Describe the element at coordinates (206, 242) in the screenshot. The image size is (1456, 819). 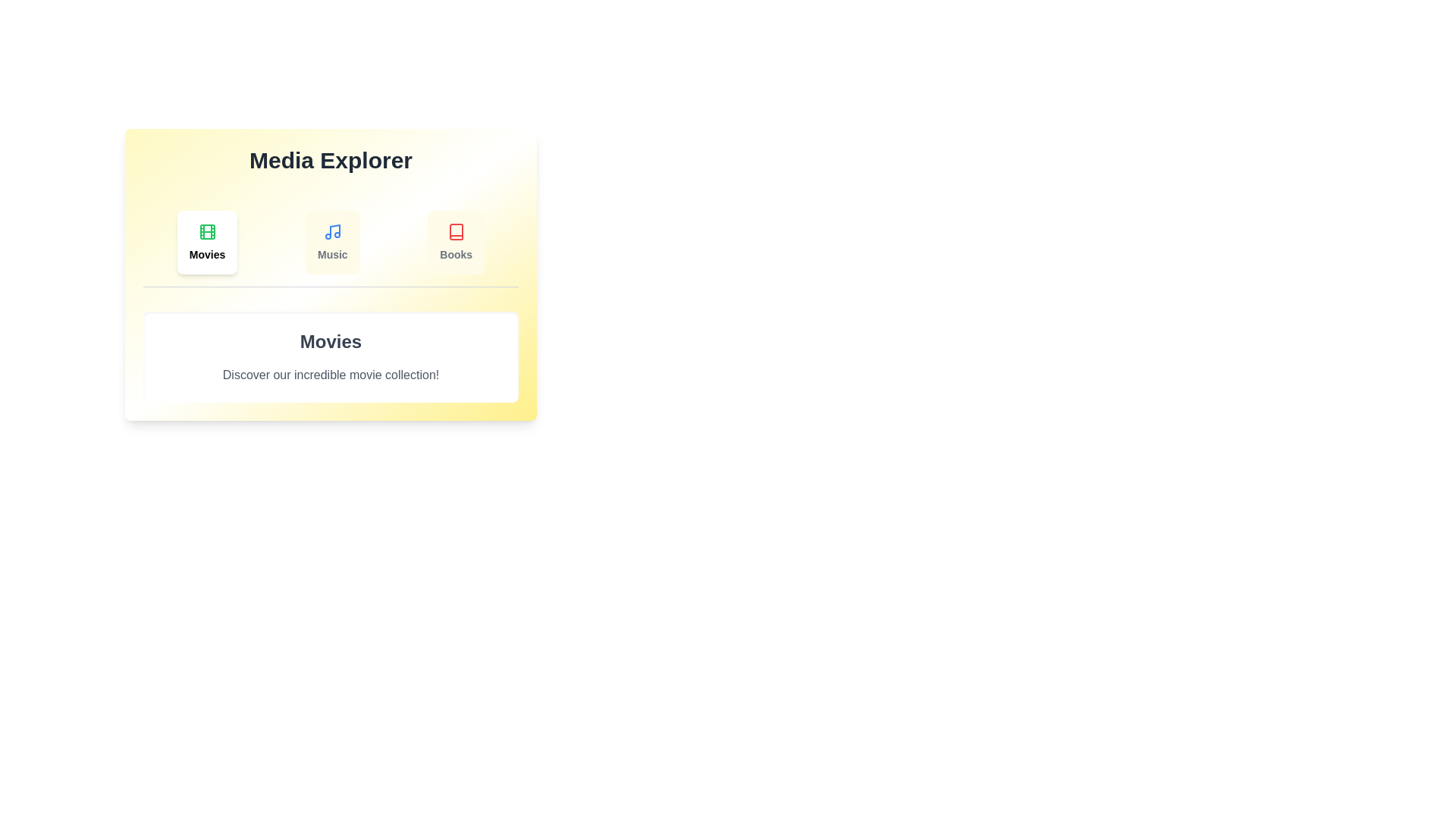
I see `the tab labeled Movies` at that location.